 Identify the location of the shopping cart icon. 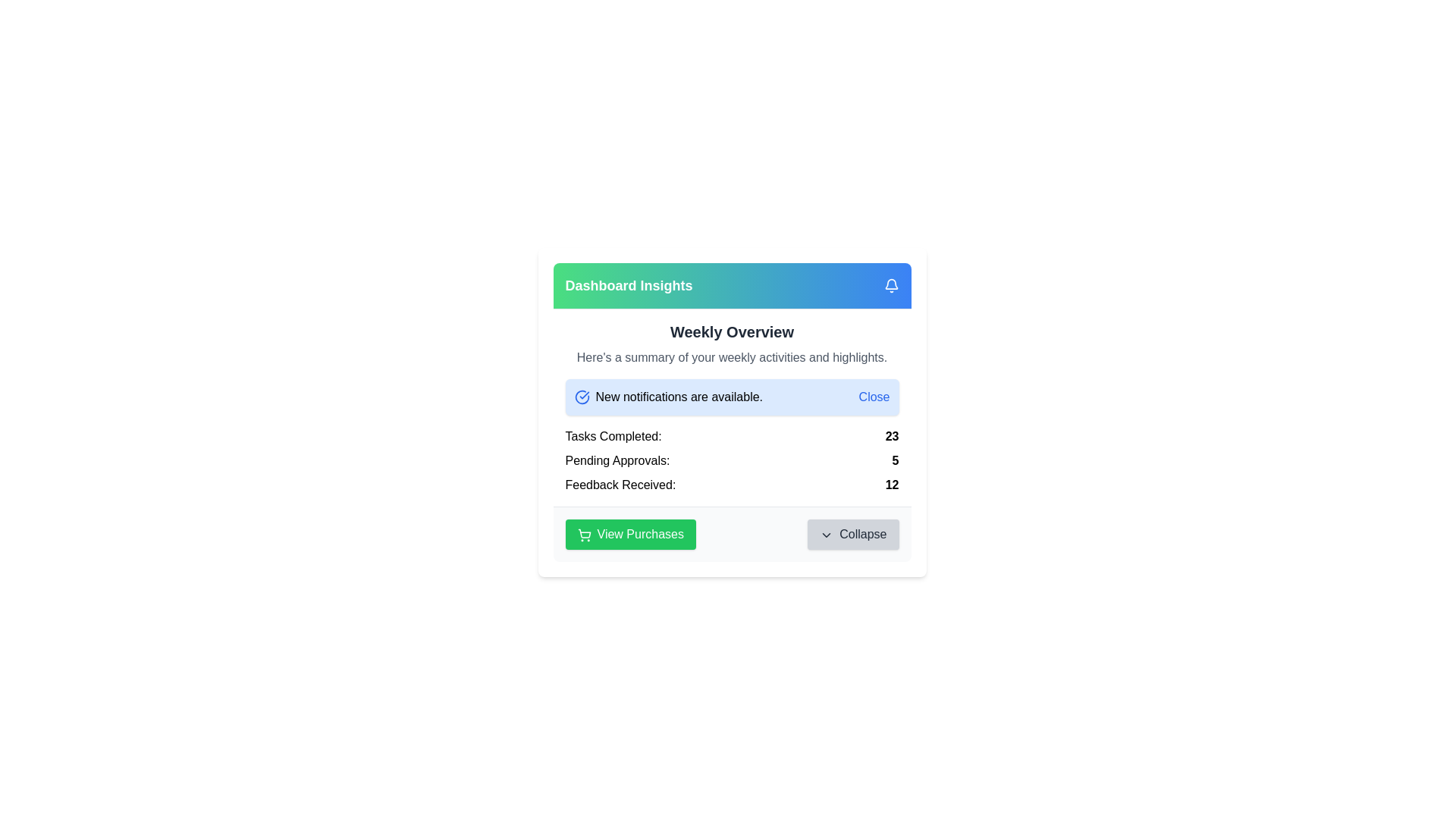
(583, 532).